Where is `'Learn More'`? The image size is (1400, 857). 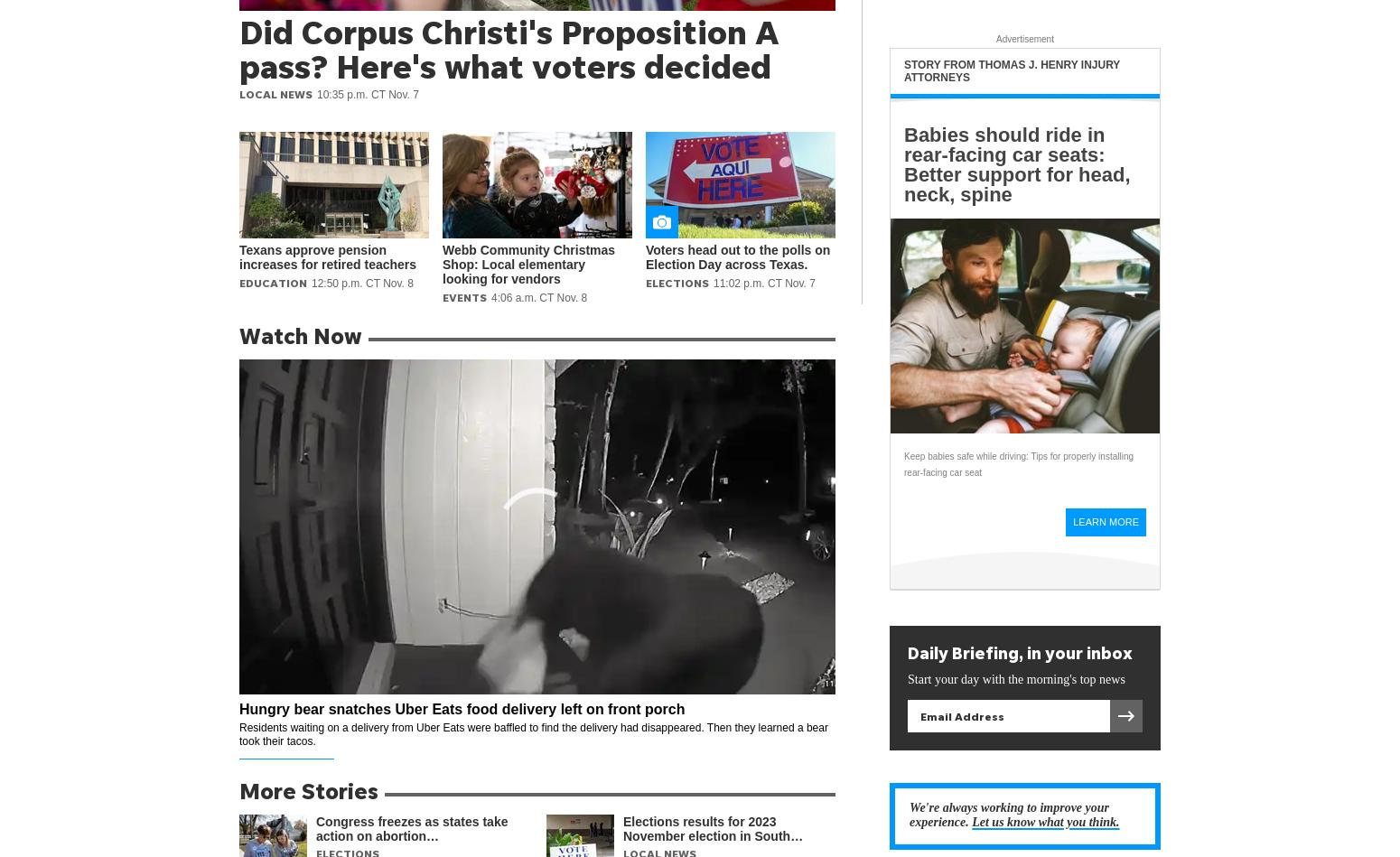 'Learn More' is located at coordinates (1106, 521).